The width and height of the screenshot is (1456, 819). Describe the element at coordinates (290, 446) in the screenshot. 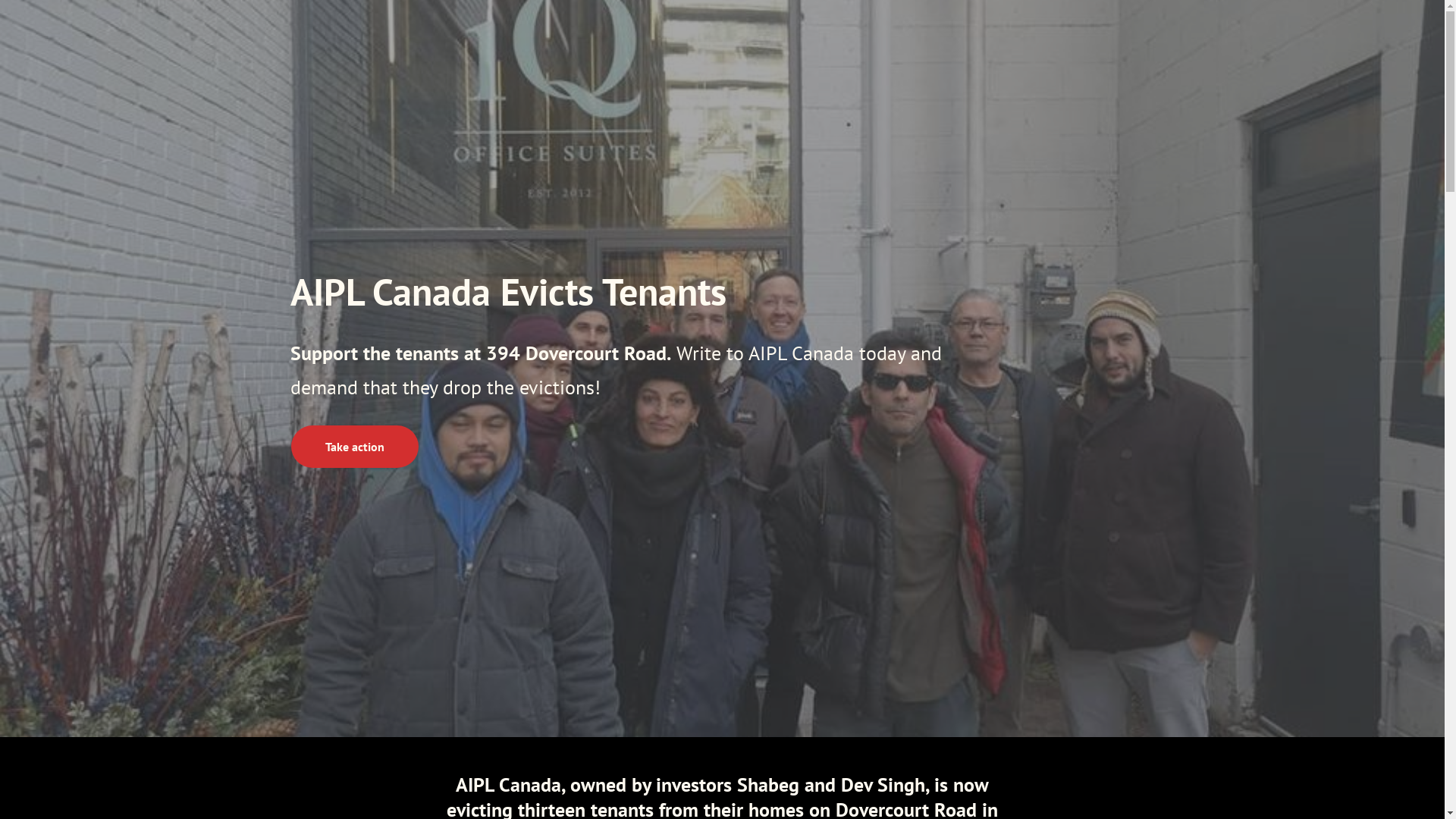

I see `'Take action'` at that location.